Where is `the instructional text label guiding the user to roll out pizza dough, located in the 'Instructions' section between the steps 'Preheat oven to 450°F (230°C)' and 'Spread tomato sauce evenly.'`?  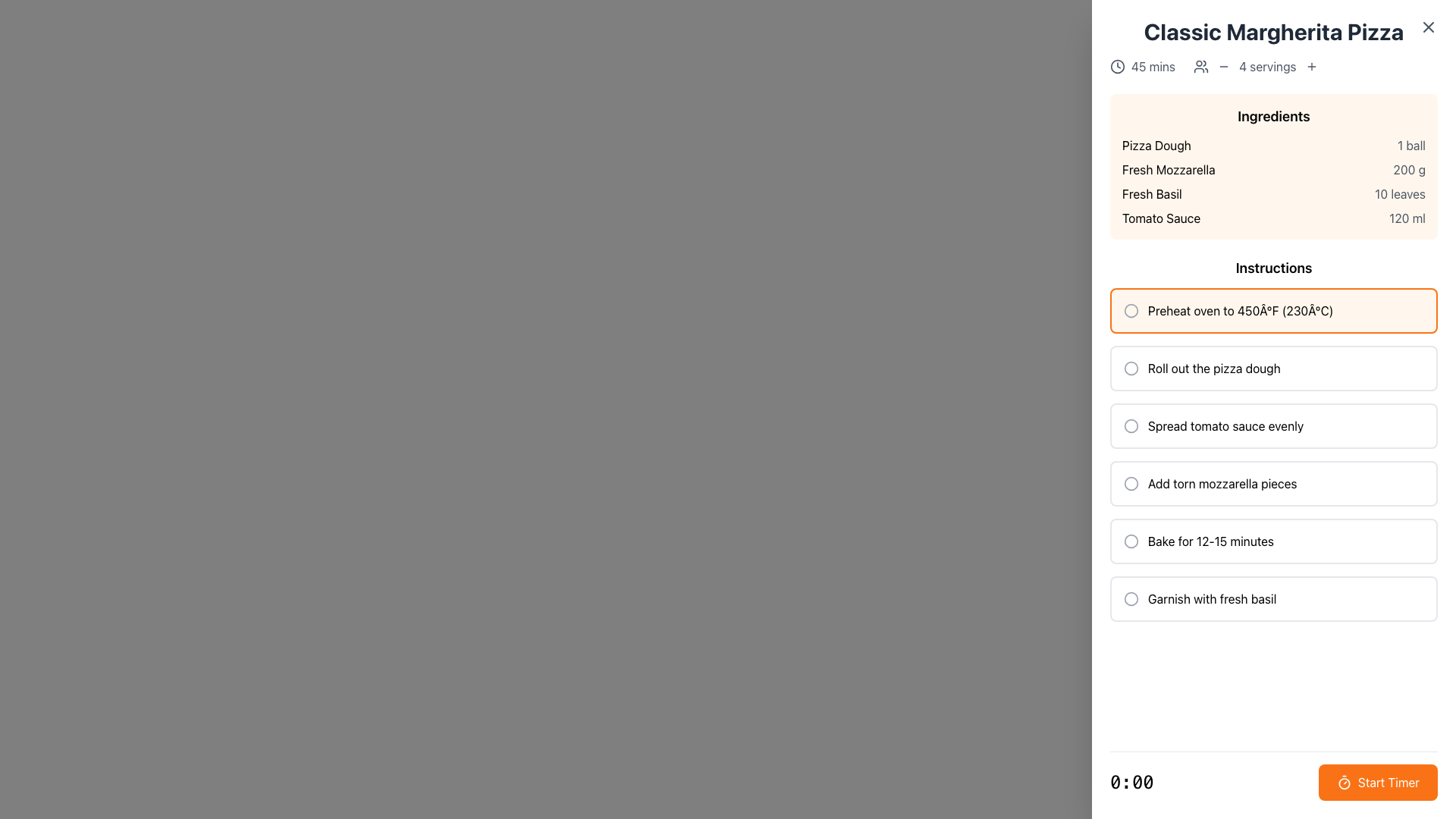
the instructional text label guiding the user to roll out pizza dough, located in the 'Instructions' section between the steps 'Preheat oven to 450°F (230°C)' and 'Spread tomato sauce evenly.' is located at coordinates (1214, 369).